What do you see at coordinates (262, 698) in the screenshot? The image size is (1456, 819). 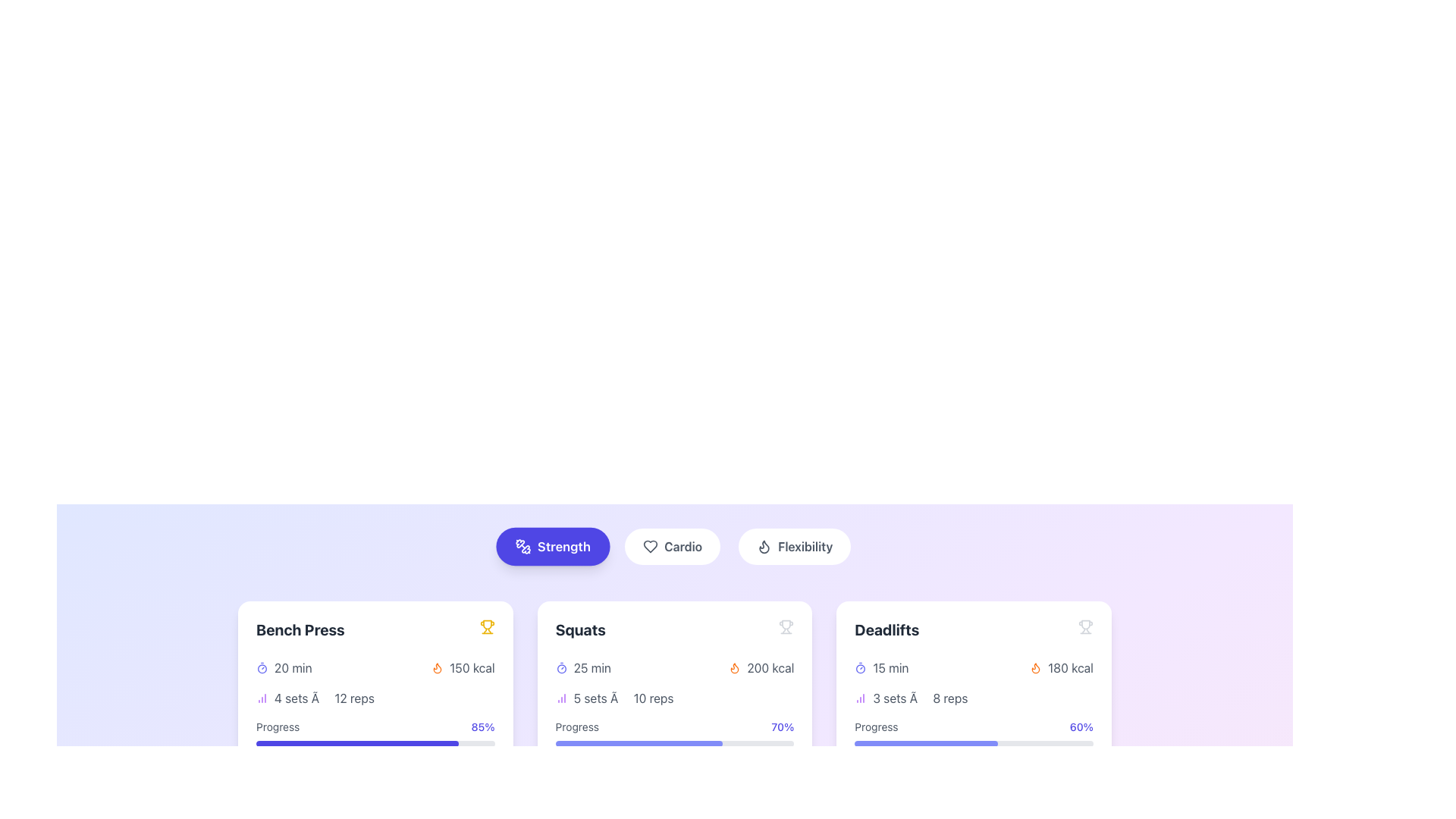 I see `the exercise sets and repetitions icon located to the left of the text '4 sets × 12 reps', which visually represents data or progress related to exercise` at bounding box center [262, 698].